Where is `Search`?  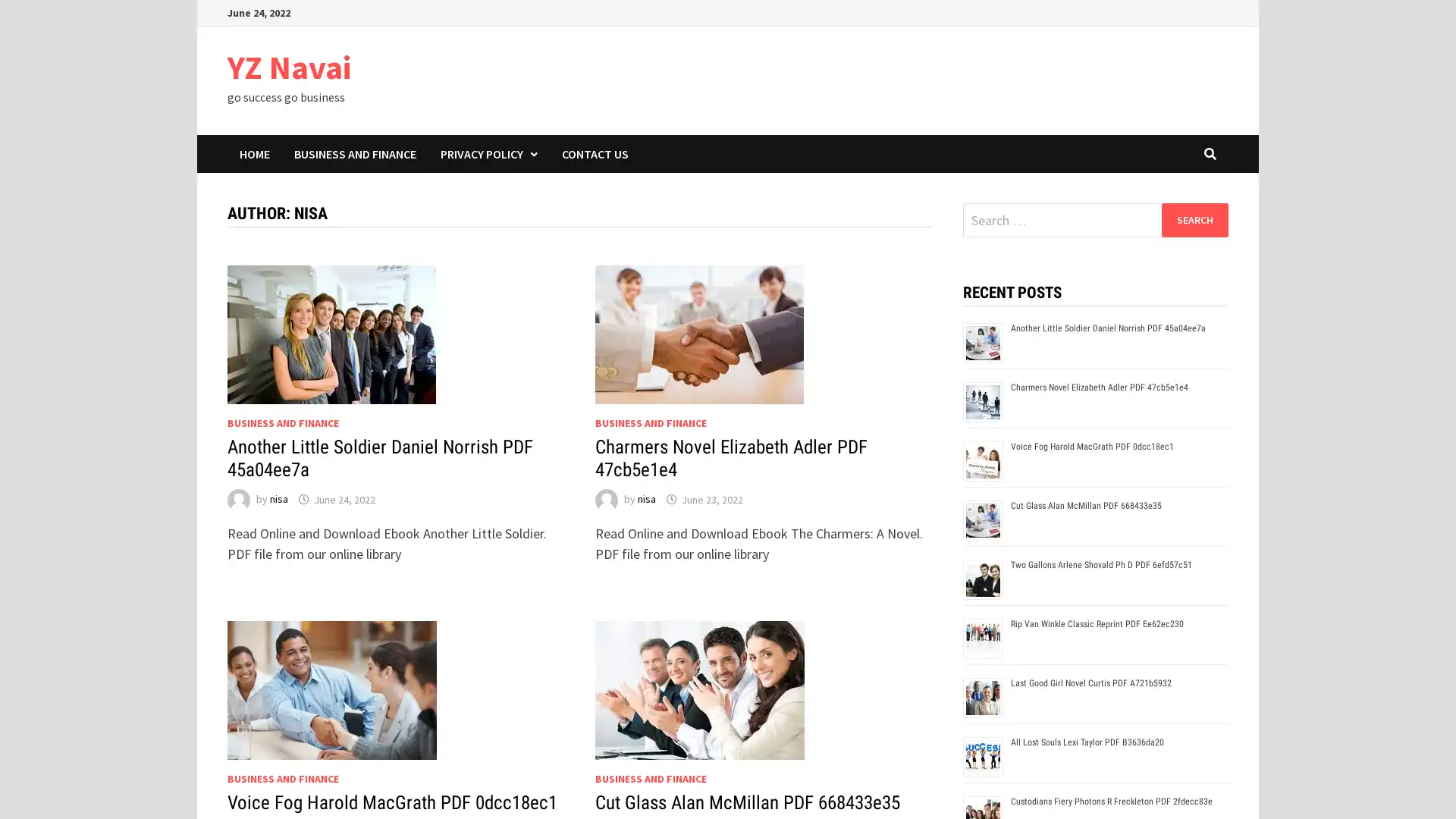 Search is located at coordinates (1194, 219).